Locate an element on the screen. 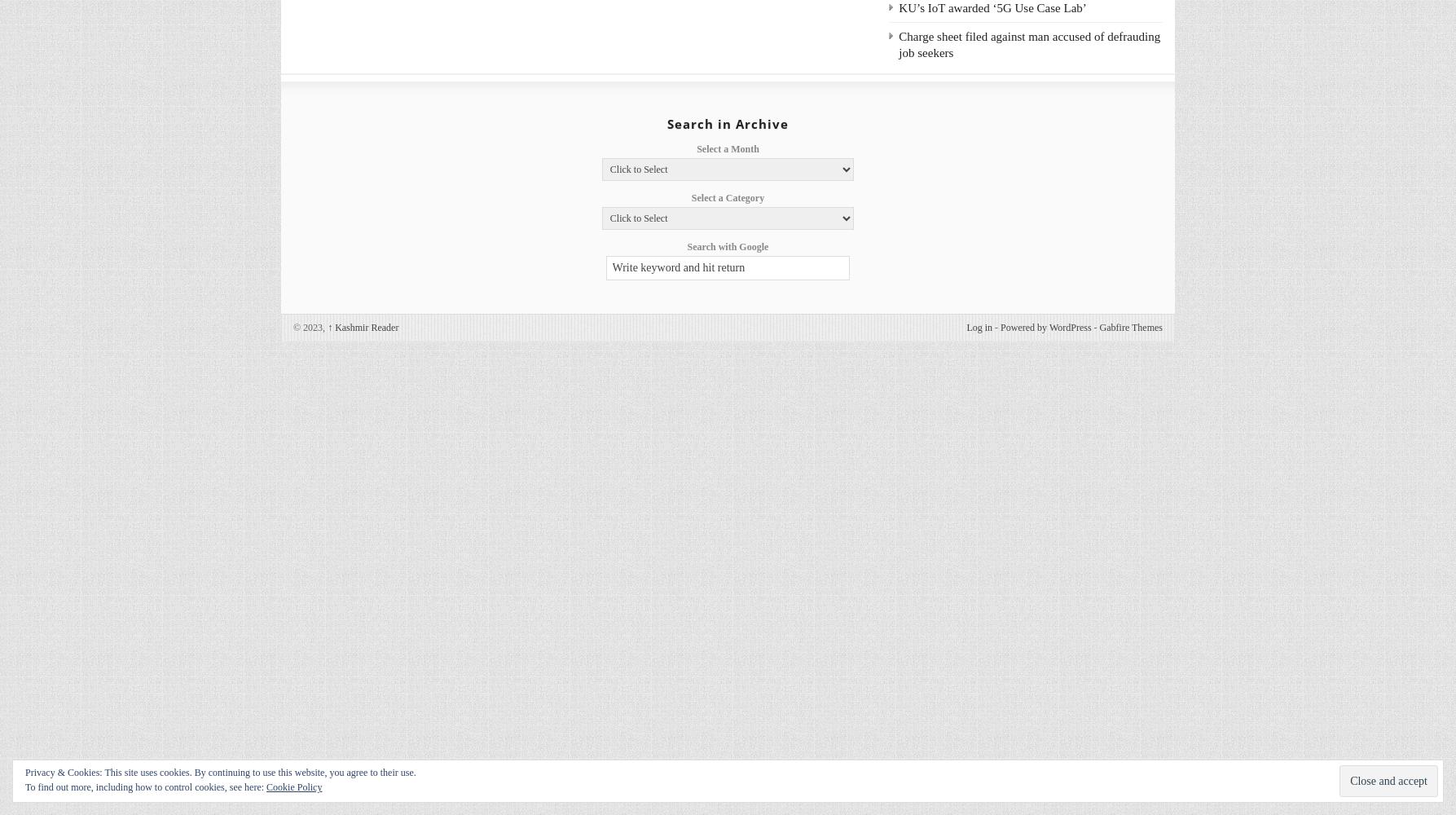 This screenshot has width=1456, height=815. 'Gabfire Themes' is located at coordinates (1098, 328).